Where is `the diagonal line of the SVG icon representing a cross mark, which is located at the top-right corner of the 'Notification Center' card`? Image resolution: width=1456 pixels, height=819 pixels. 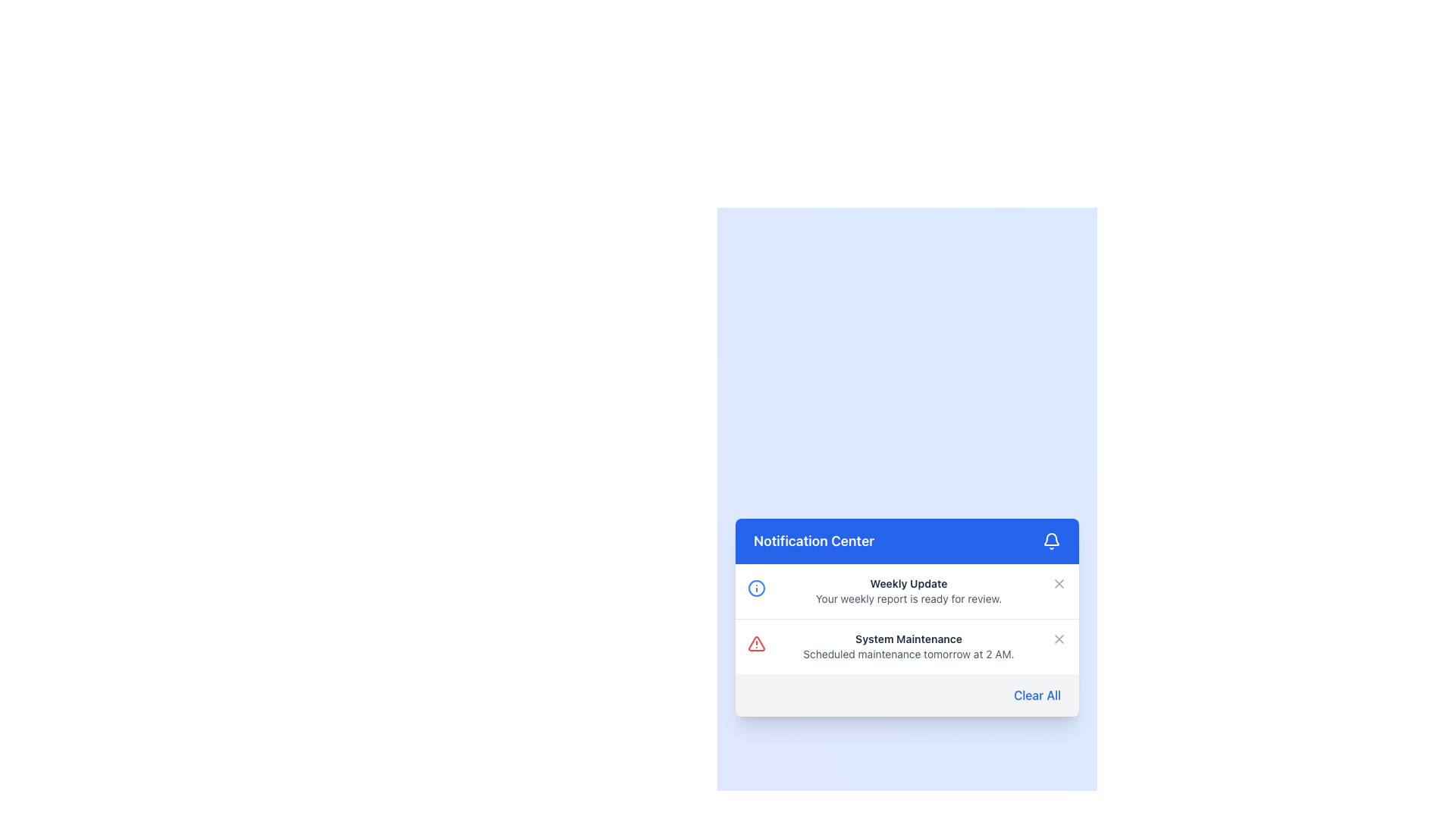
the diagonal line of the SVG icon representing a cross mark, which is located at the top-right corner of the 'Notification Center' card is located at coordinates (1058, 639).